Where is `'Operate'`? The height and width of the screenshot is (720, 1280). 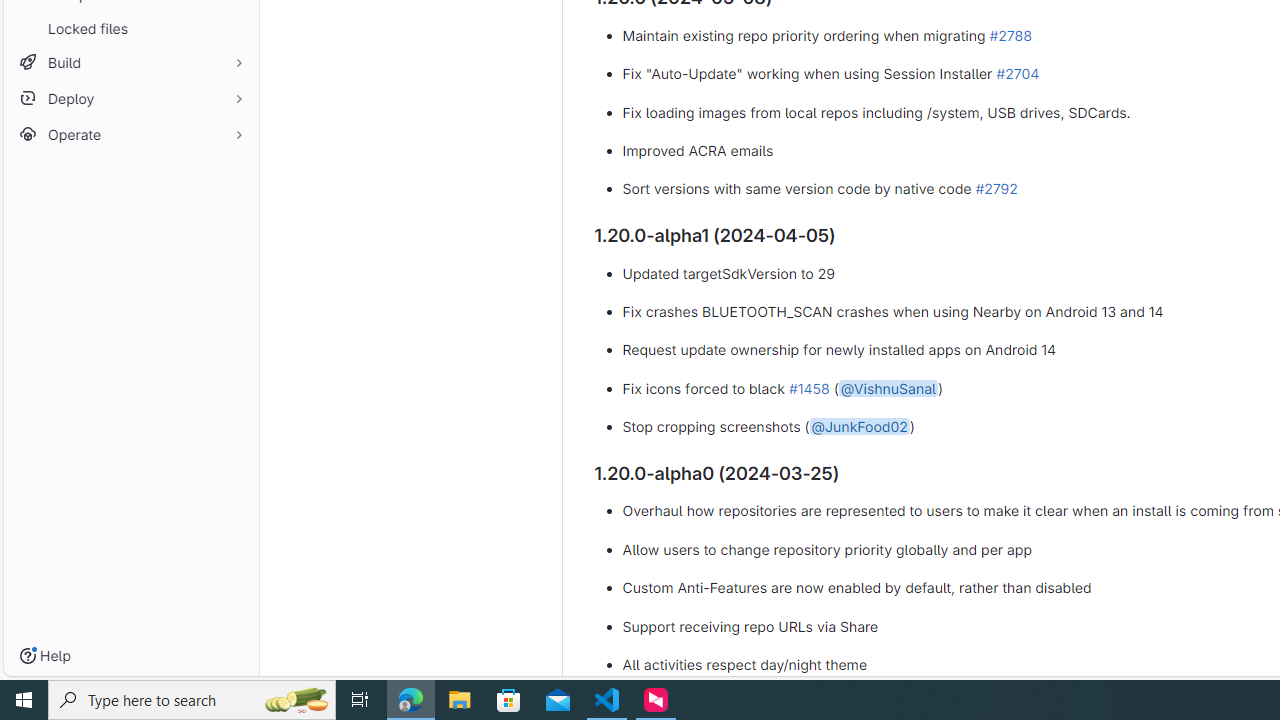
'Operate' is located at coordinates (130, 134).